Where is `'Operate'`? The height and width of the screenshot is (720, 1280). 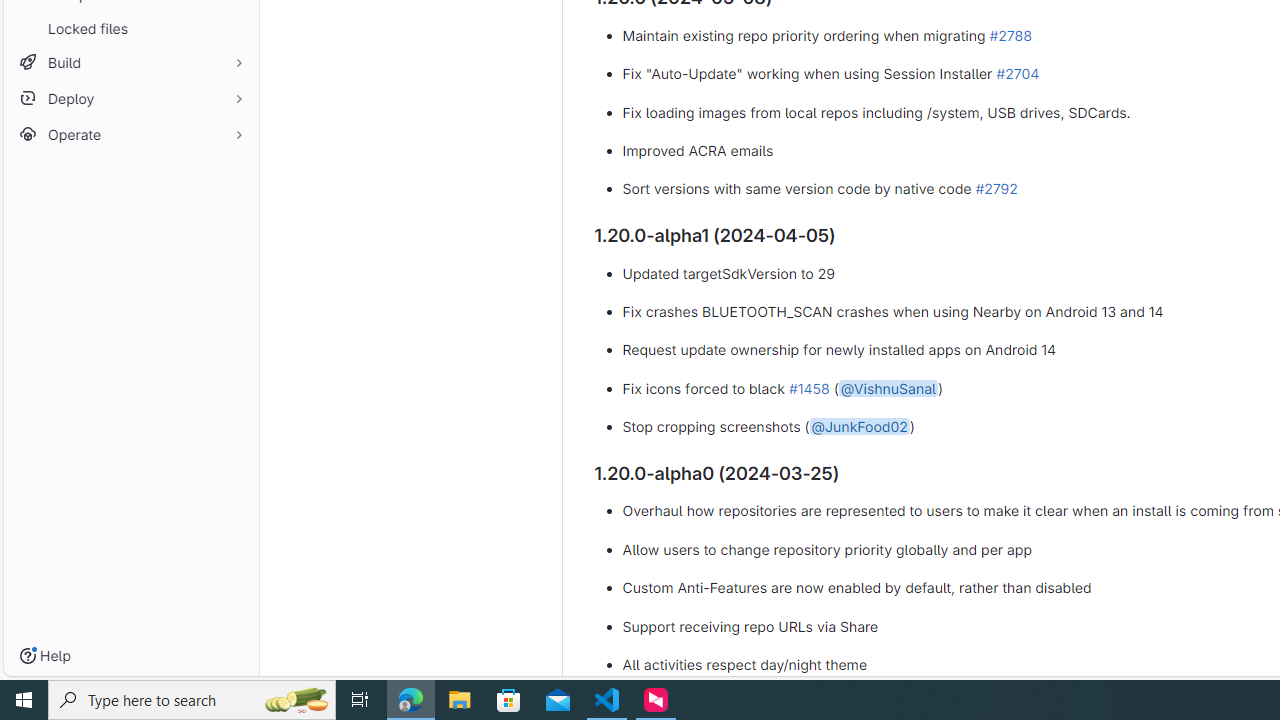
'Operate' is located at coordinates (130, 134).